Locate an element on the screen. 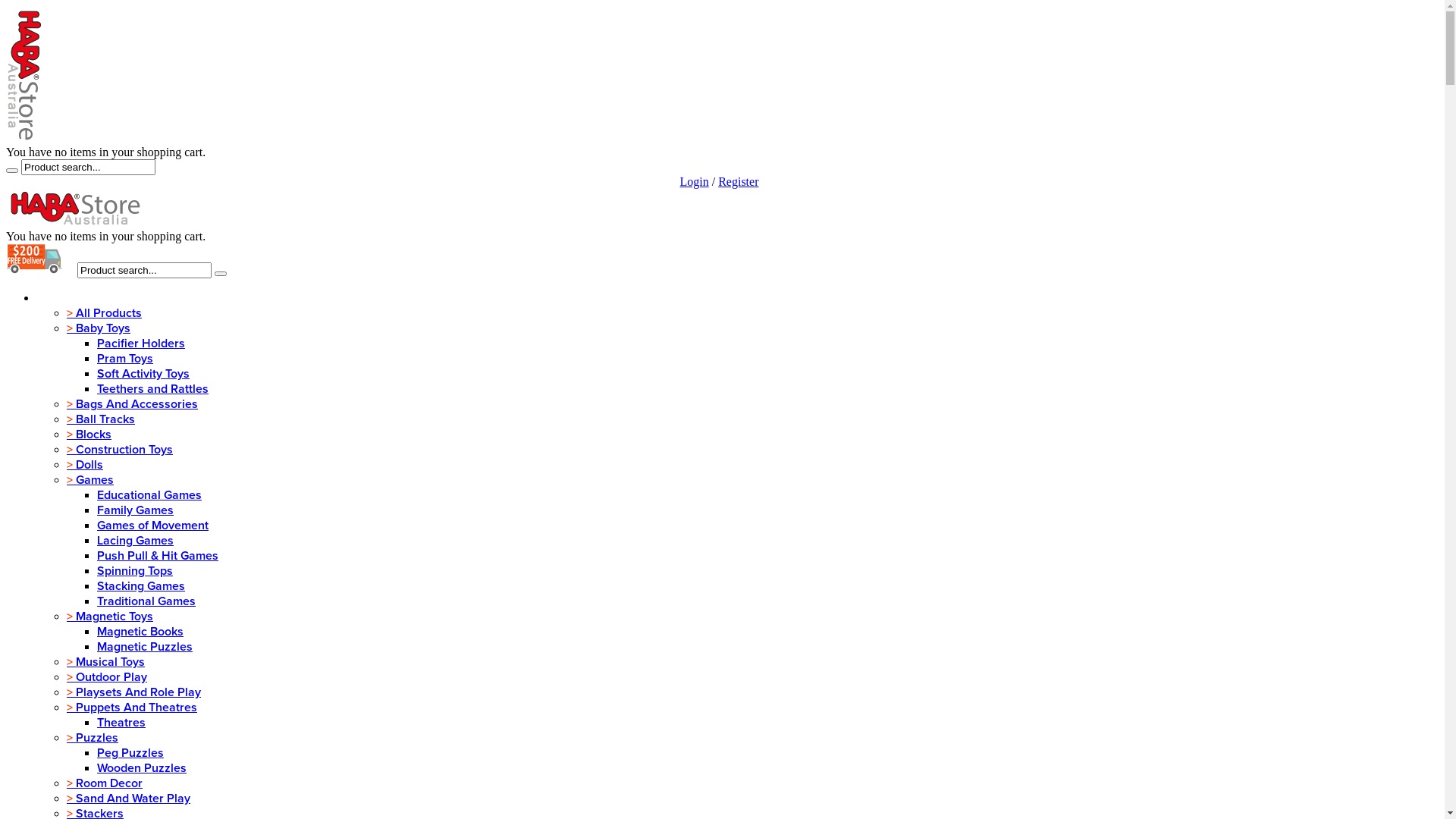 This screenshot has height=819, width=1456. 'Traditional Games' is located at coordinates (96, 601).